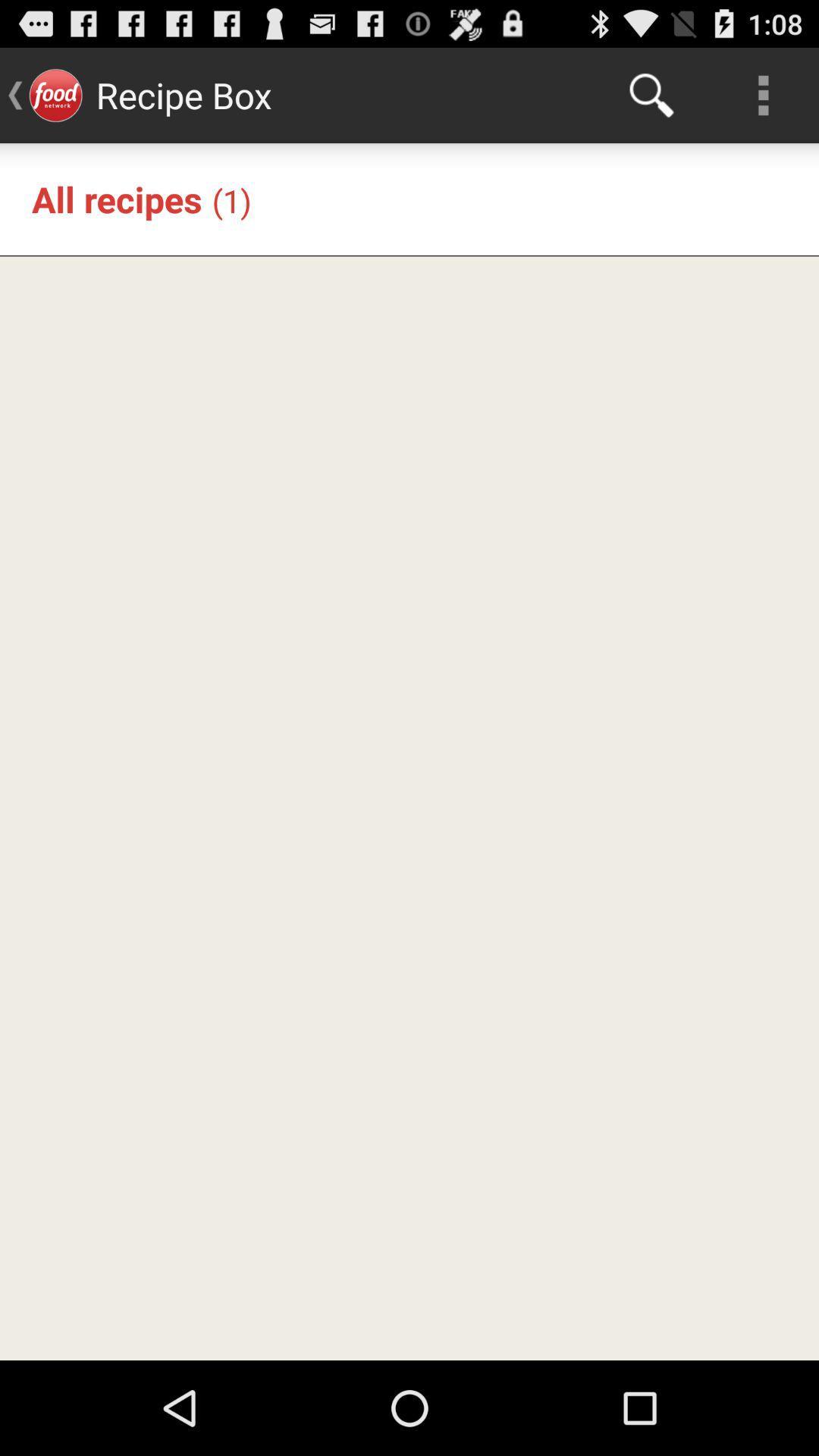  Describe the element at coordinates (116, 198) in the screenshot. I see `the all recipes` at that location.